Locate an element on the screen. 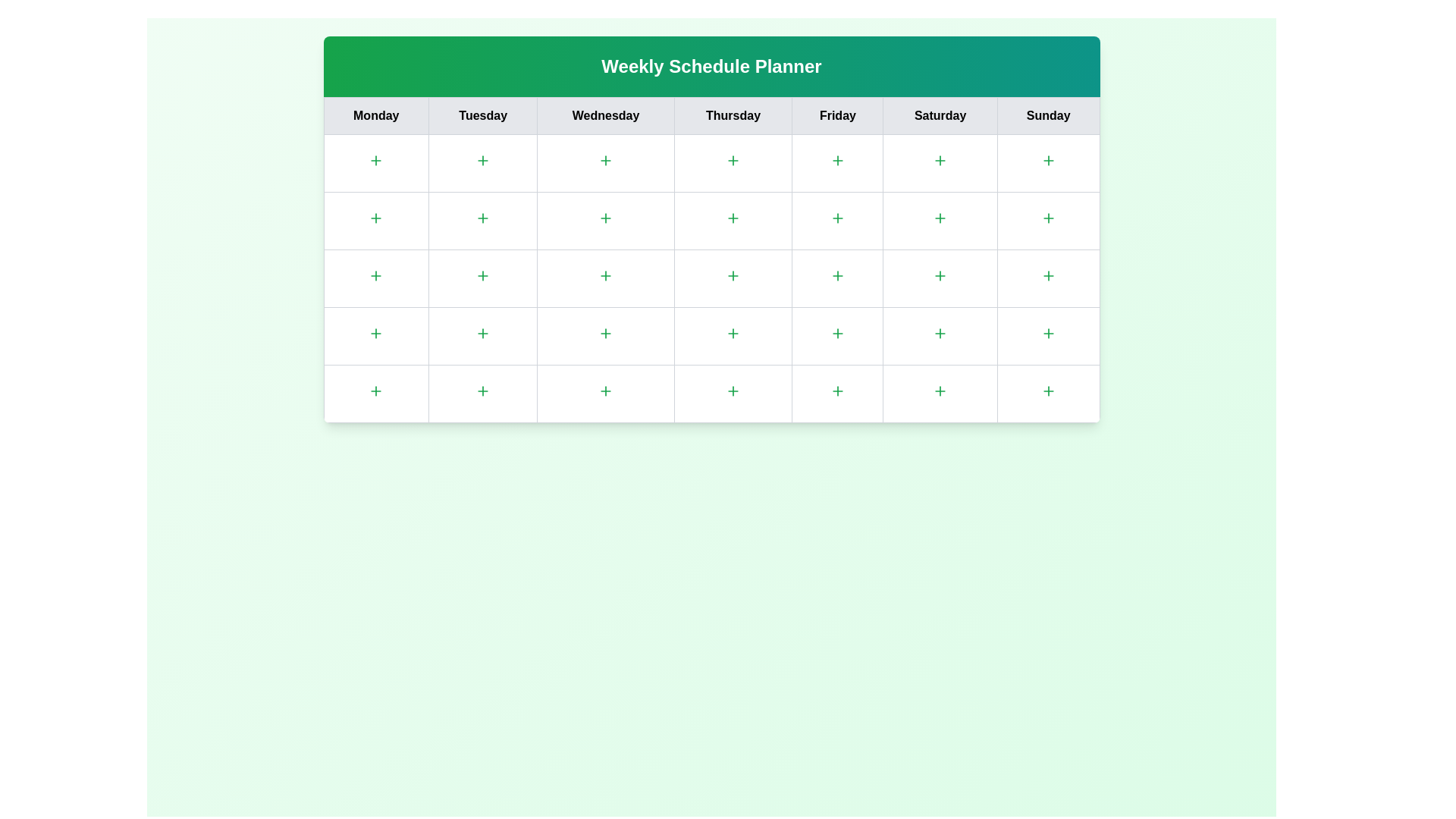 The width and height of the screenshot is (1456, 819). the column header for Thursday is located at coordinates (733, 115).